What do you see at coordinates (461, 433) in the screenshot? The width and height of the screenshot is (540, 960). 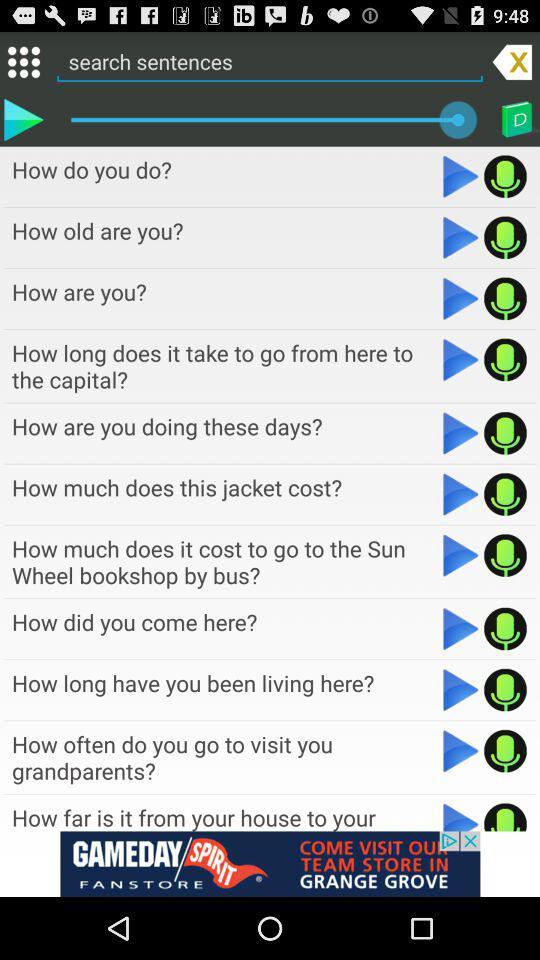 I see `option` at bounding box center [461, 433].